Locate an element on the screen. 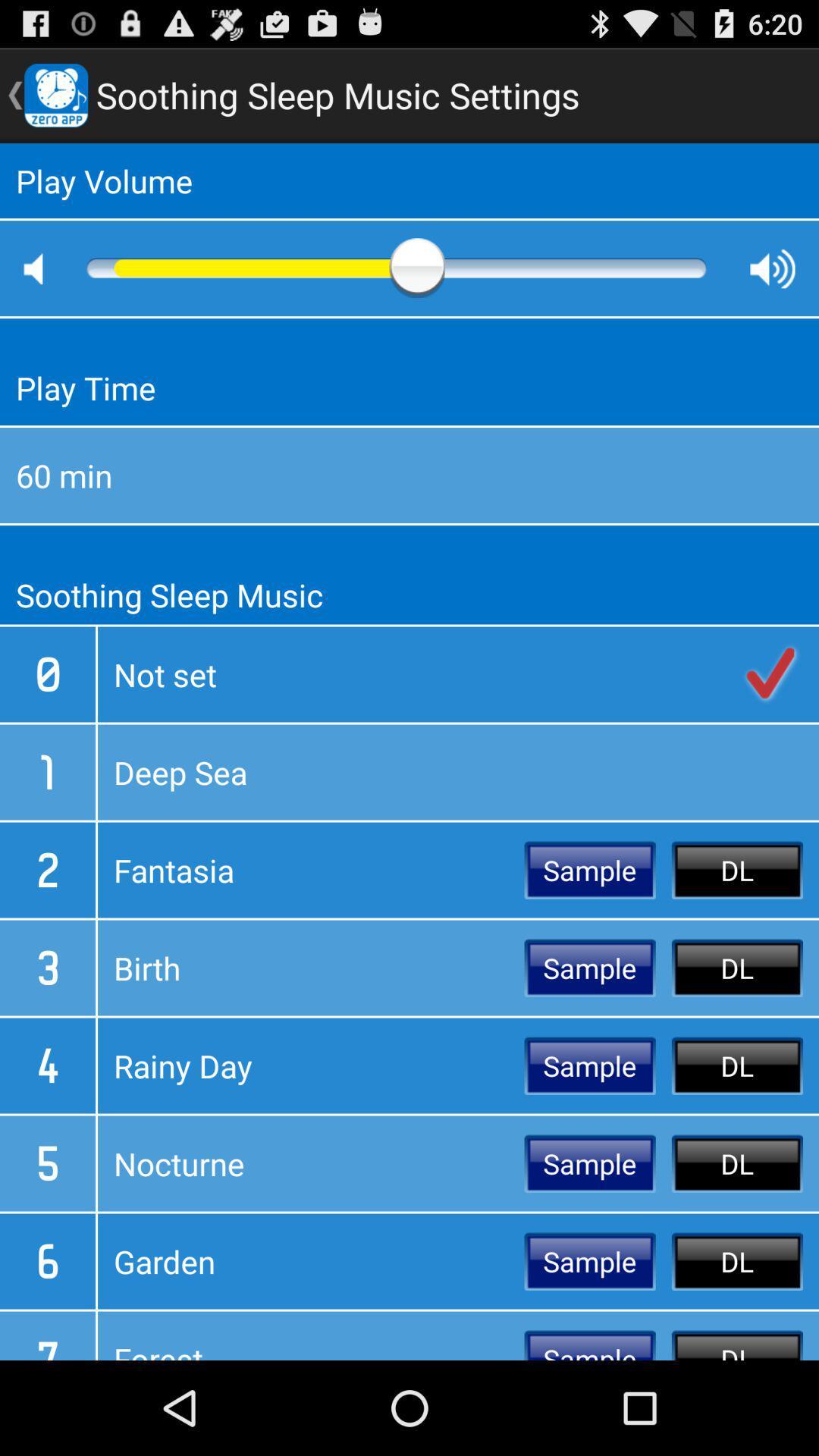 The image size is (819, 1456). icon to the left of sample item is located at coordinates (310, 1261).